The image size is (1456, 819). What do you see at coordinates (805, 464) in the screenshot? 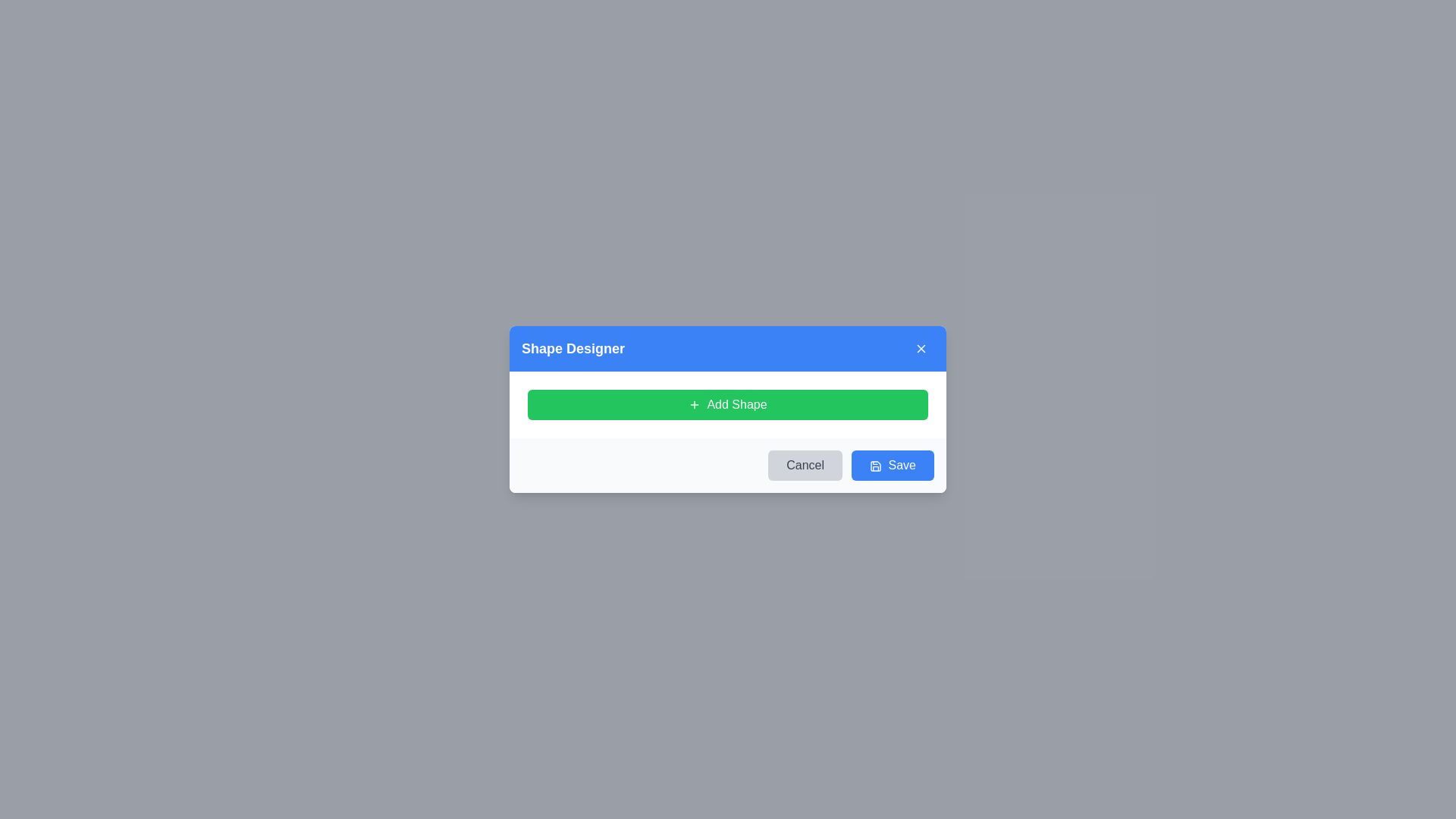
I see `the cancel button located in the bottom-right section of the 'Shape Designer' modal` at bounding box center [805, 464].